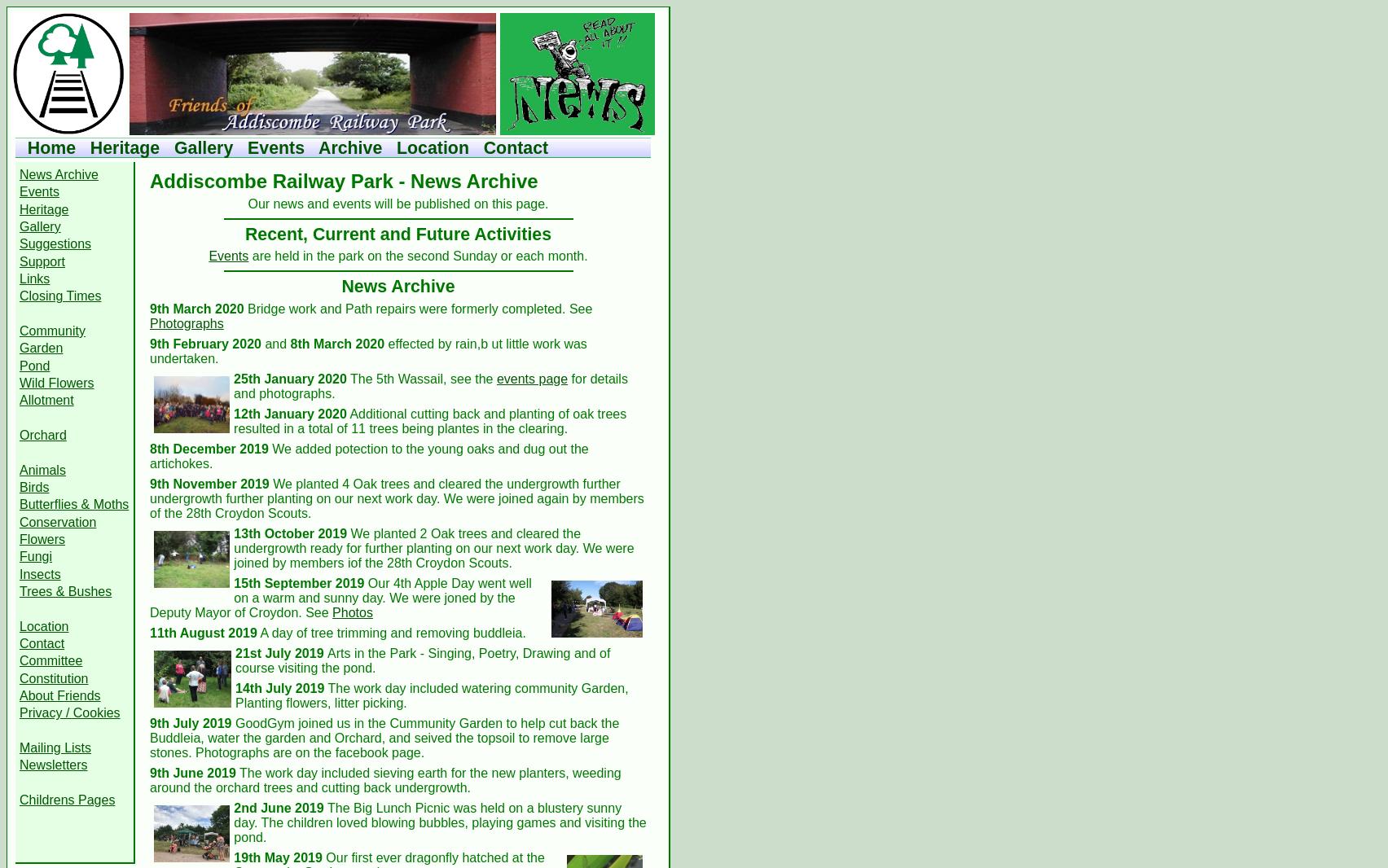 The width and height of the screenshot is (1388, 868). Describe the element at coordinates (150, 497) in the screenshot. I see `'We planted 4 Oak trees and cleared the undergrowth further undergrowth further planting on our next work day.
We were joined again by members of the 28th Croydon Scouts.'` at that location.